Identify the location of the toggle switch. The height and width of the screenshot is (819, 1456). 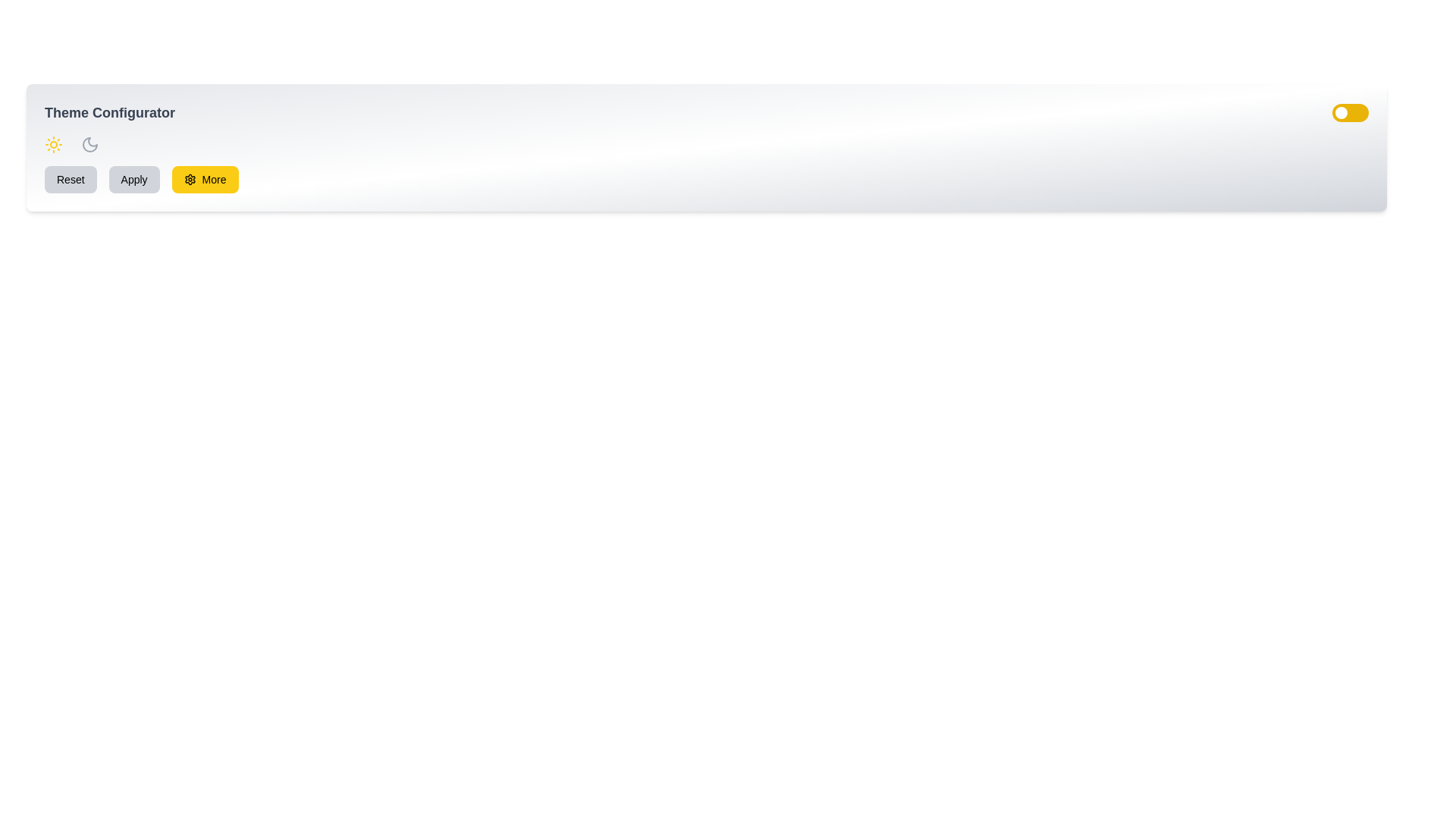
(1337, 112).